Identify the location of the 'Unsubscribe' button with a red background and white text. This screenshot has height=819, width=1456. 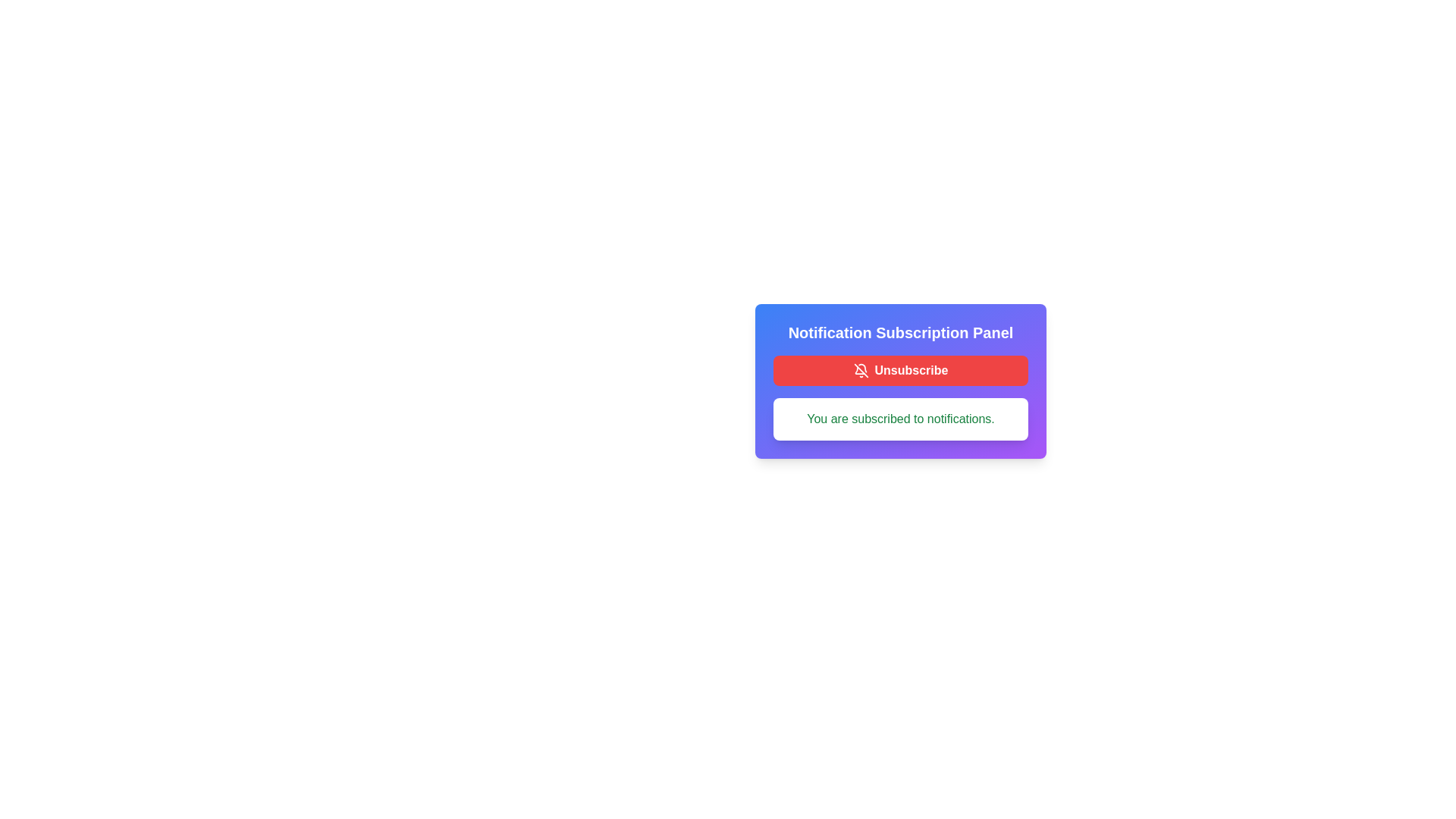
(901, 371).